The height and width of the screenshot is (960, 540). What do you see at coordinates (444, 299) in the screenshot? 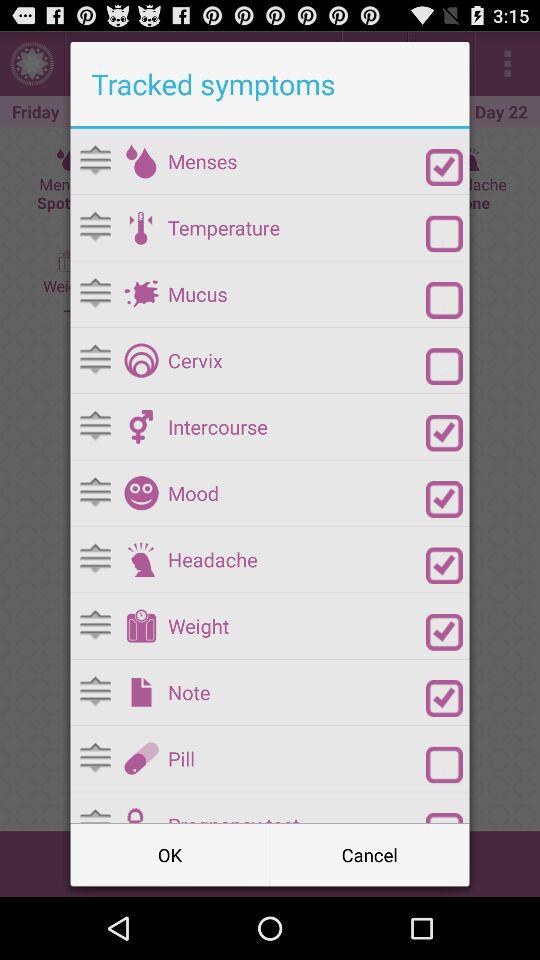
I see `selection option` at bounding box center [444, 299].